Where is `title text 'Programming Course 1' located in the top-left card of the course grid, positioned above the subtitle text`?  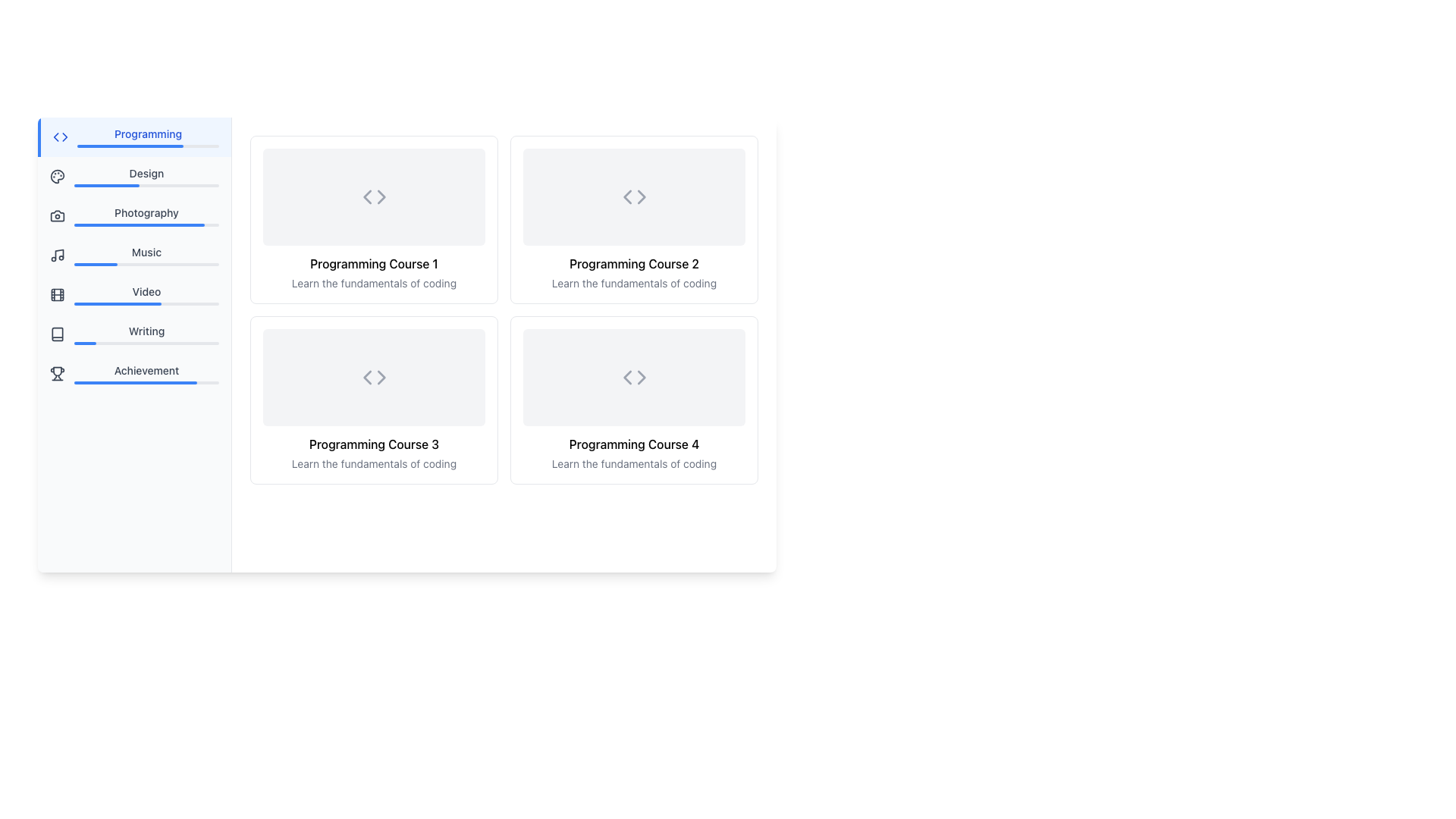
title text 'Programming Course 1' located in the top-left card of the course grid, positioned above the subtitle text is located at coordinates (374, 262).